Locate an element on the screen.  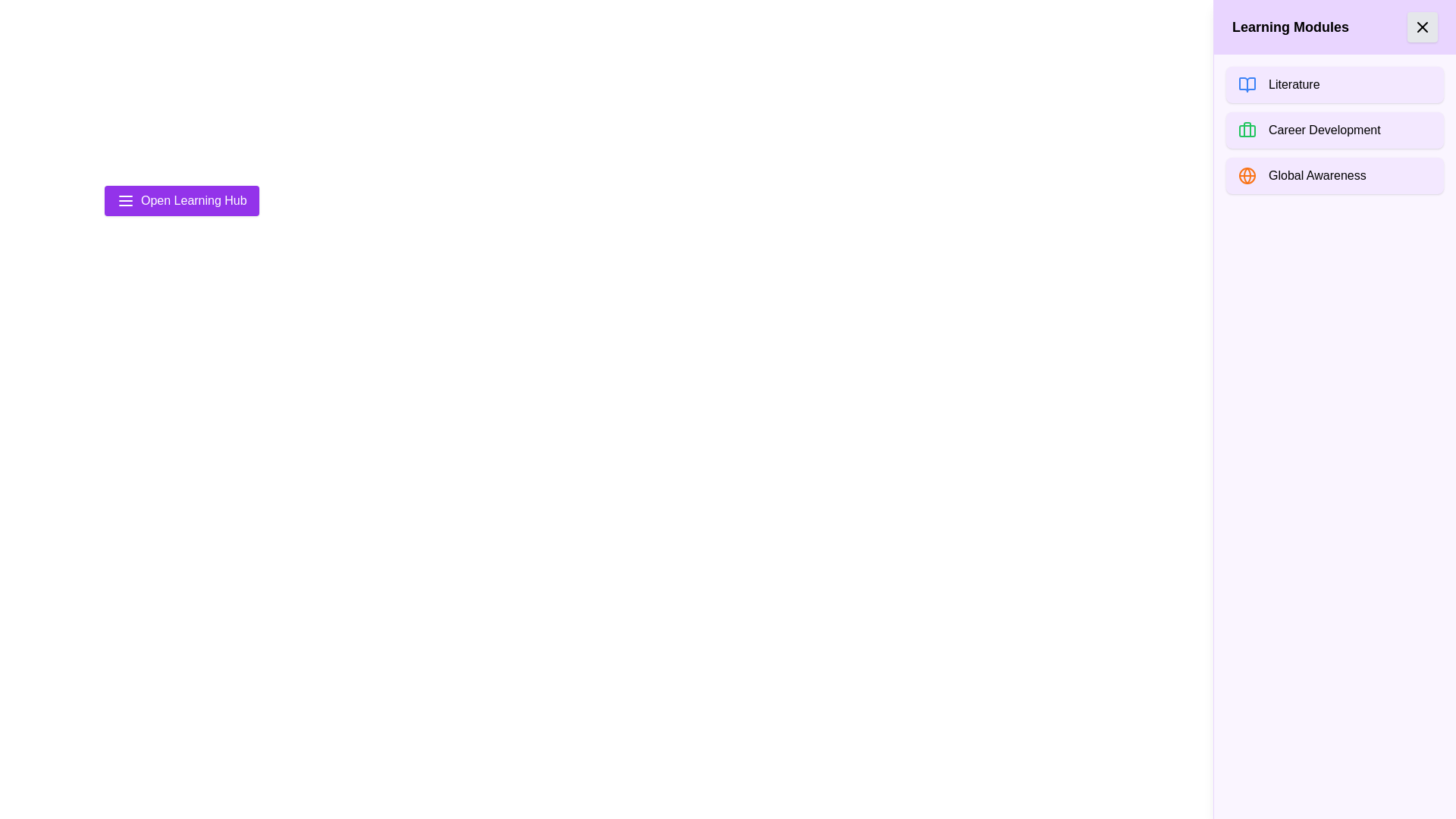
the 'Global Awareness' module to select it is located at coordinates (1335, 174).